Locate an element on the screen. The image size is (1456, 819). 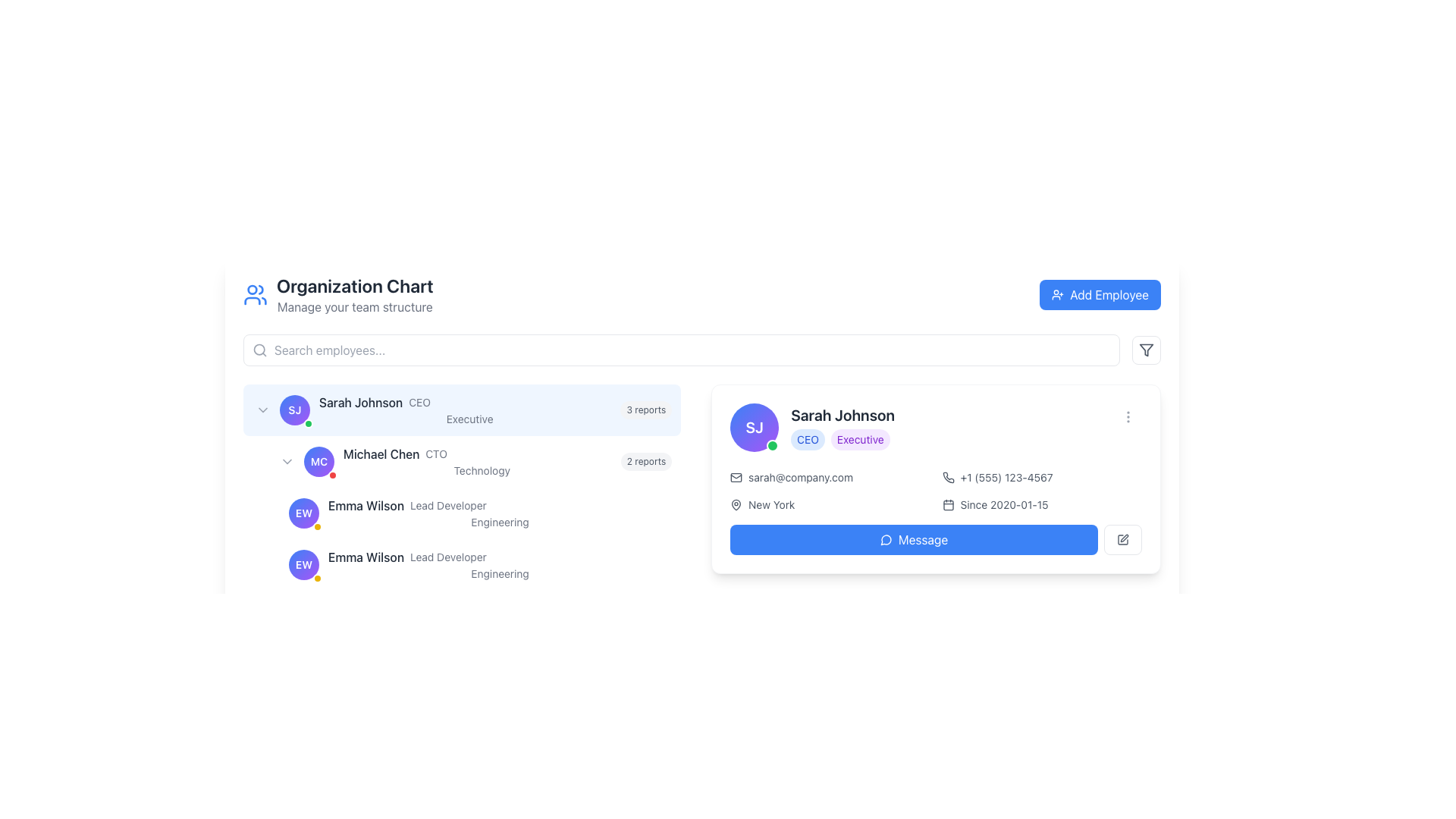
the Text Display Component that provides information about an employee, specifically located below 'Michael Chen' in the organizational chart structure is located at coordinates (500, 513).